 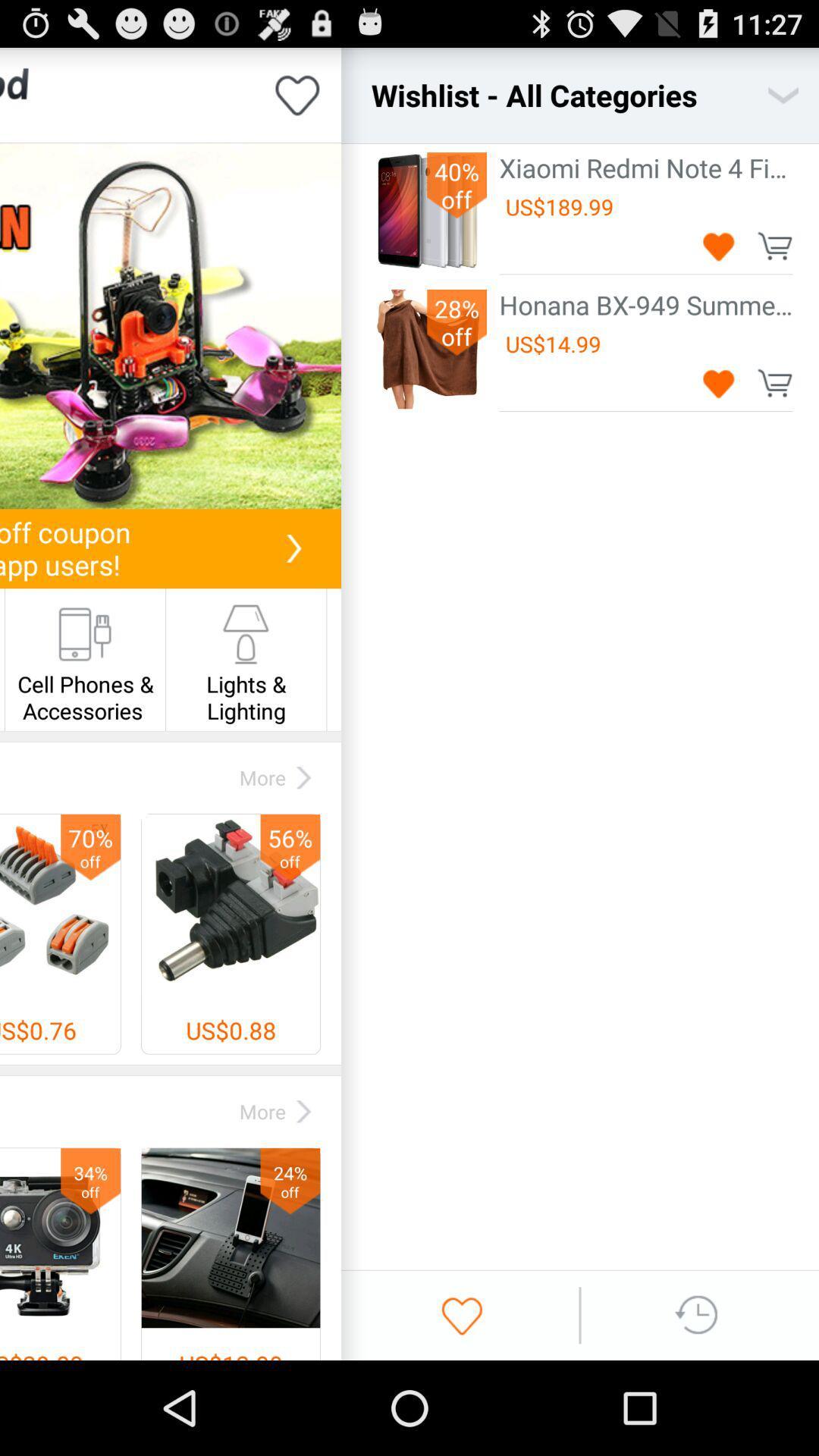 What do you see at coordinates (461, 1314) in the screenshot?
I see `favorites` at bounding box center [461, 1314].